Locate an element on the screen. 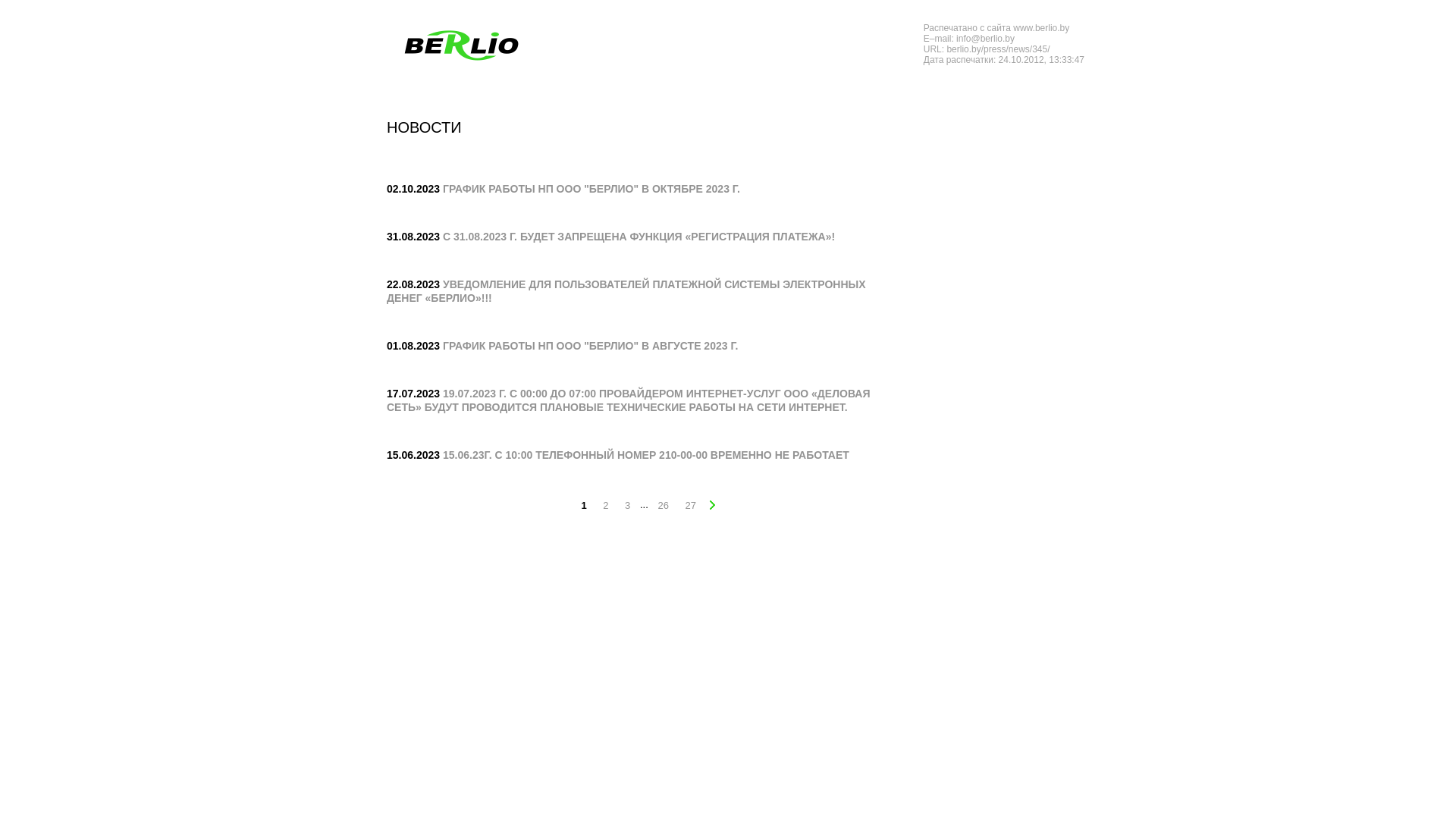 Image resolution: width=1456 pixels, height=819 pixels. '27' is located at coordinates (679, 506).